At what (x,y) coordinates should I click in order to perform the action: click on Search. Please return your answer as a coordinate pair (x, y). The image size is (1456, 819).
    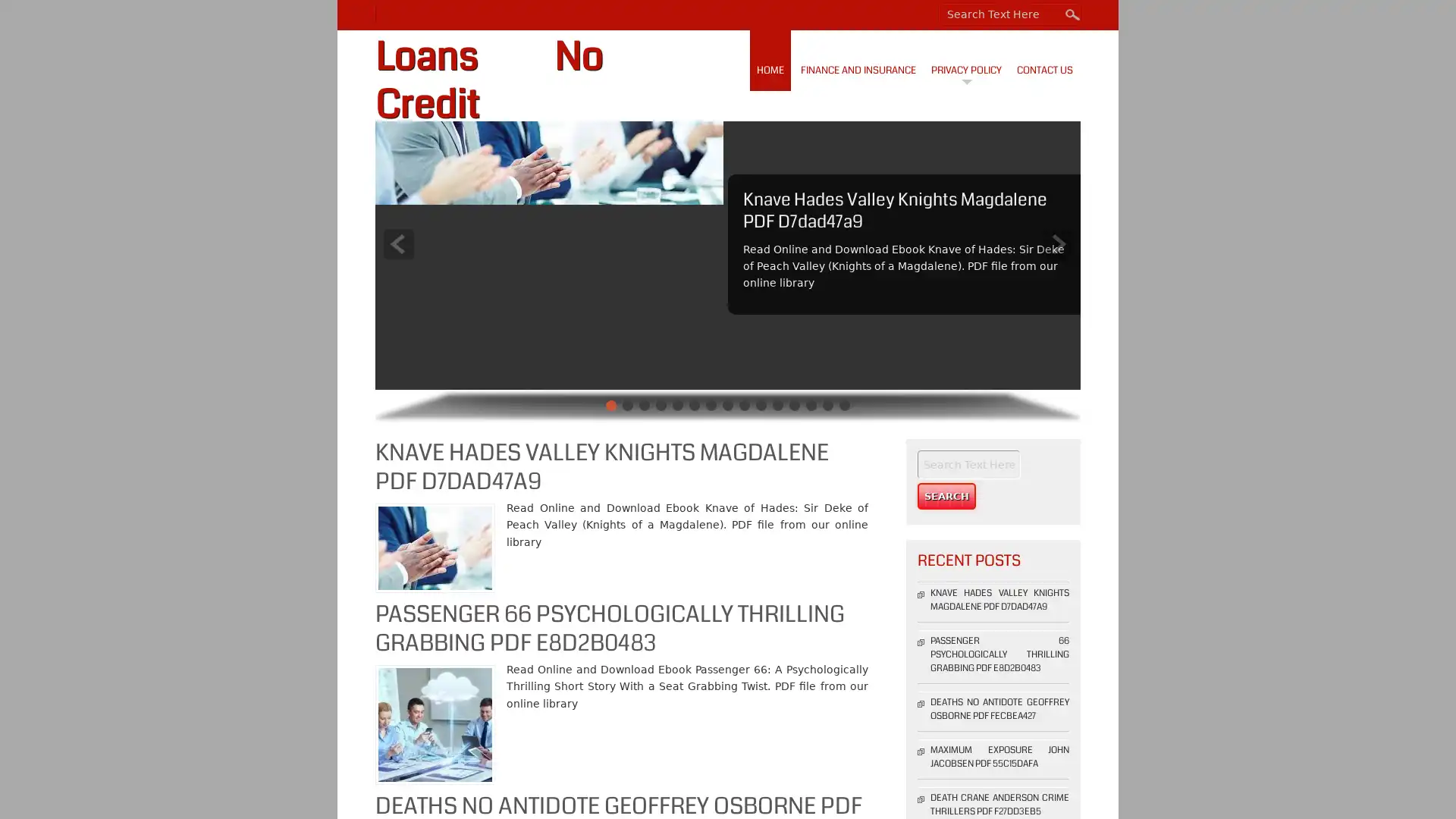
    Looking at the image, I should click on (946, 496).